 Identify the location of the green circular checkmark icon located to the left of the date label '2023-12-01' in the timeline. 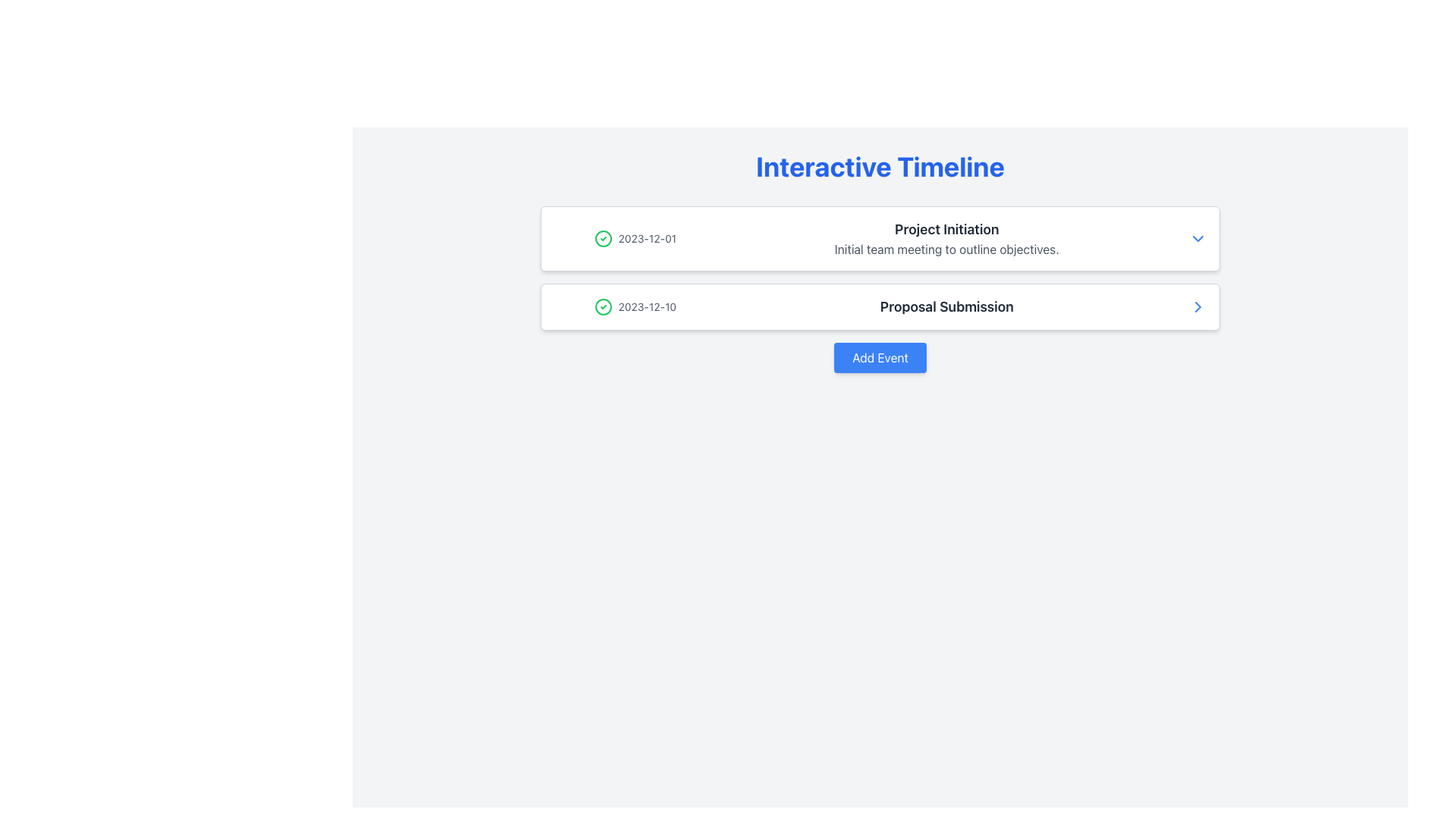
(602, 239).